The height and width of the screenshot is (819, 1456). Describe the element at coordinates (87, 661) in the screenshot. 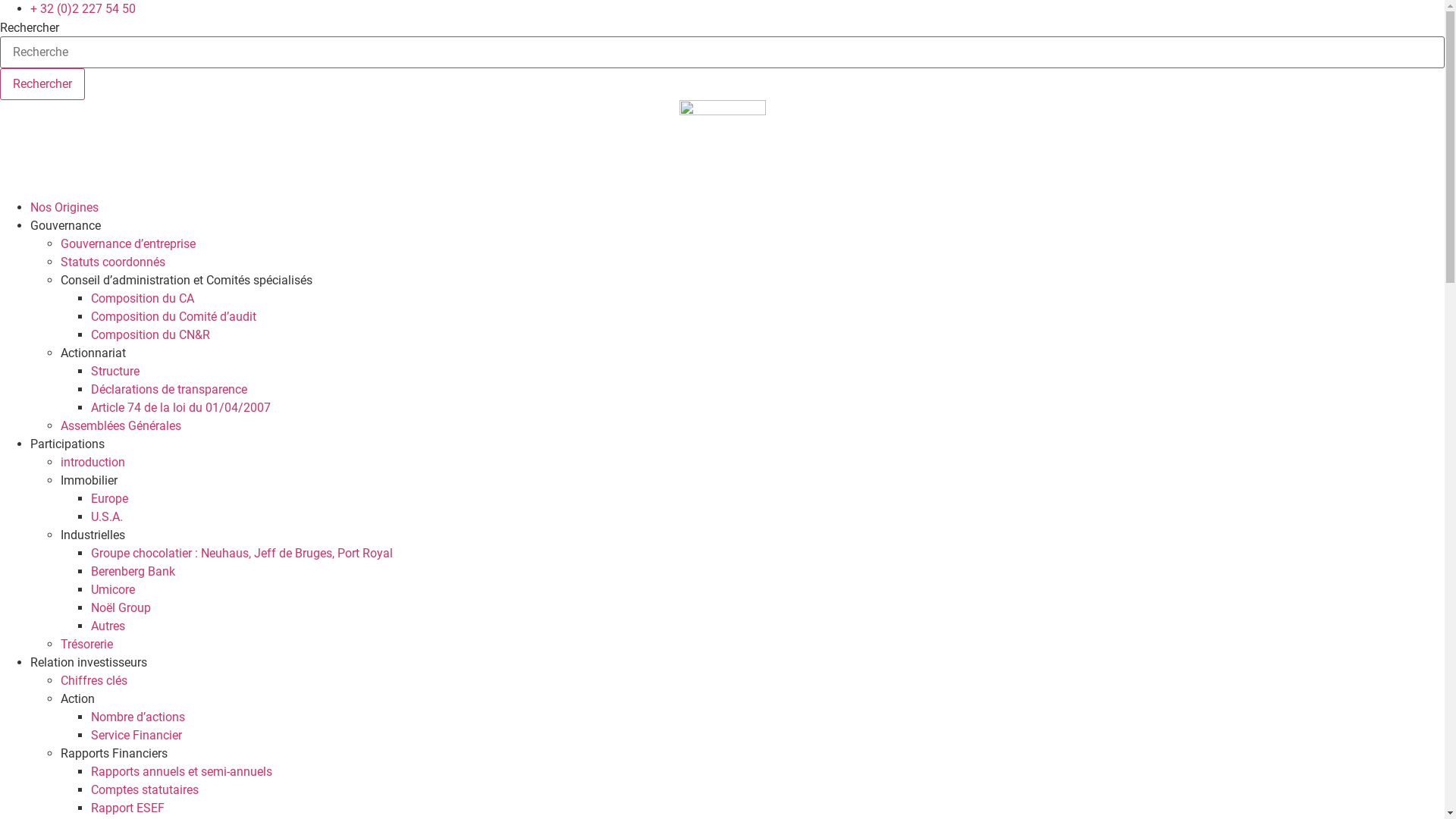

I see `'Relation investisseurs'` at that location.